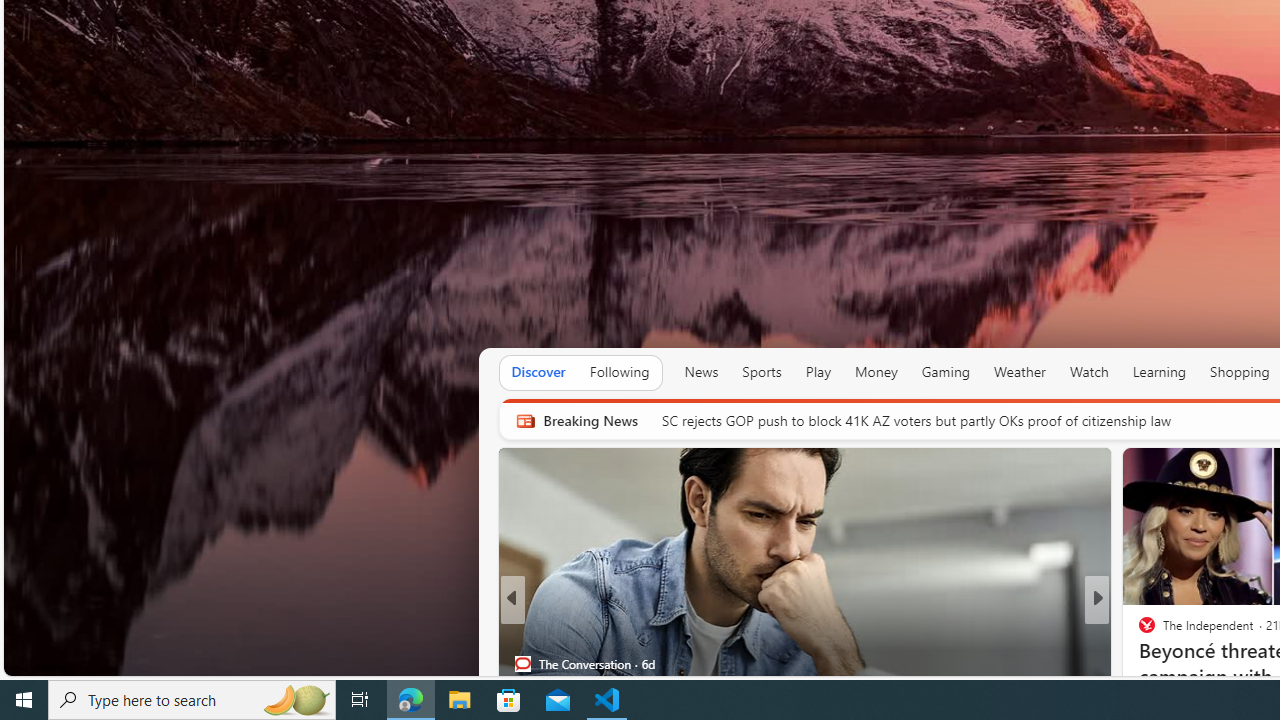  What do you see at coordinates (1138, 632) in the screenshot?
I see `'Axios'` at bounding box center [1138, 632].